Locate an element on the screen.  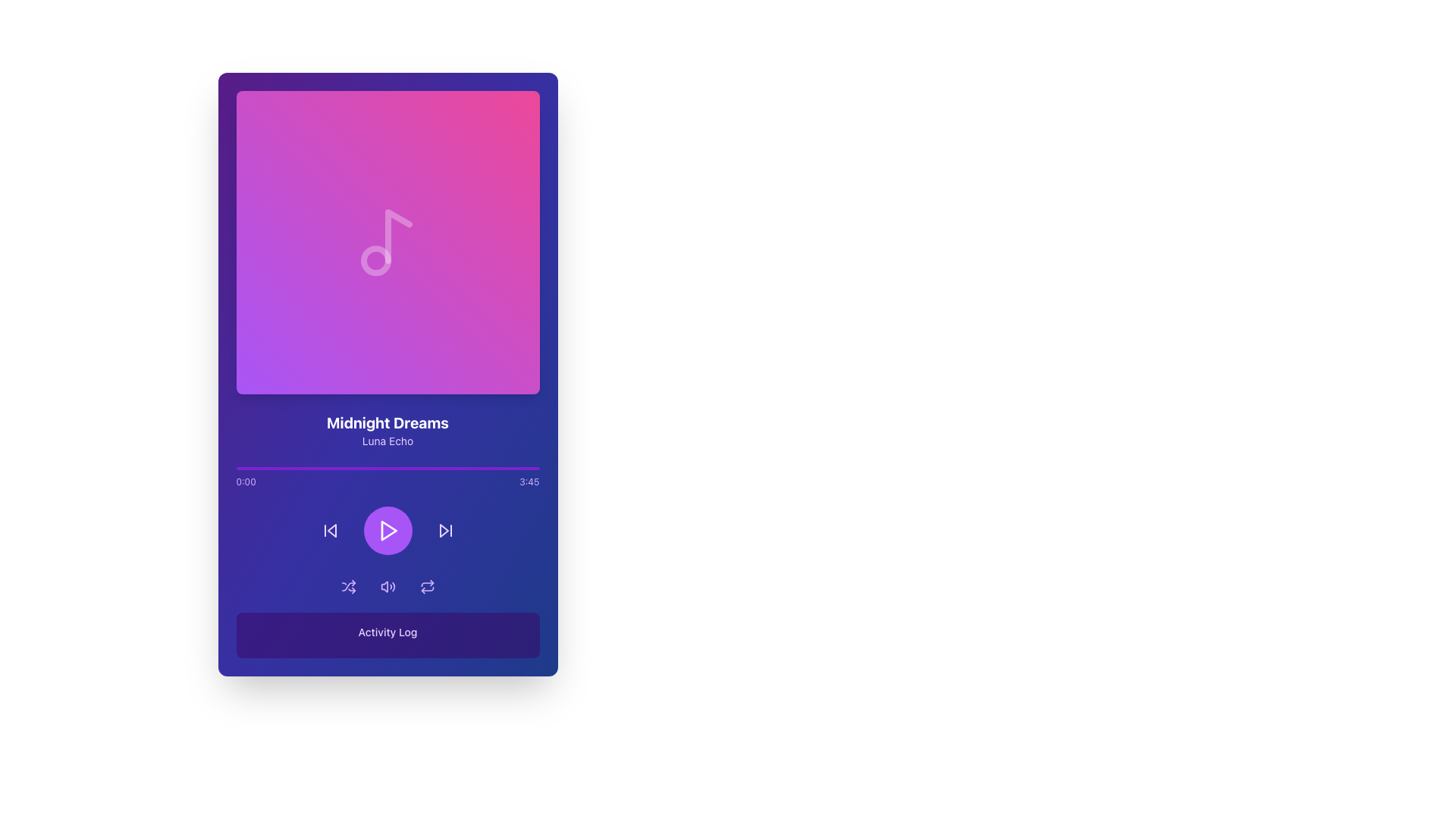
the square component with a gradient background transitioning from purple to pink tones, featuring a centered semi-transparent white music note icon is located at coordinates (388, 242).